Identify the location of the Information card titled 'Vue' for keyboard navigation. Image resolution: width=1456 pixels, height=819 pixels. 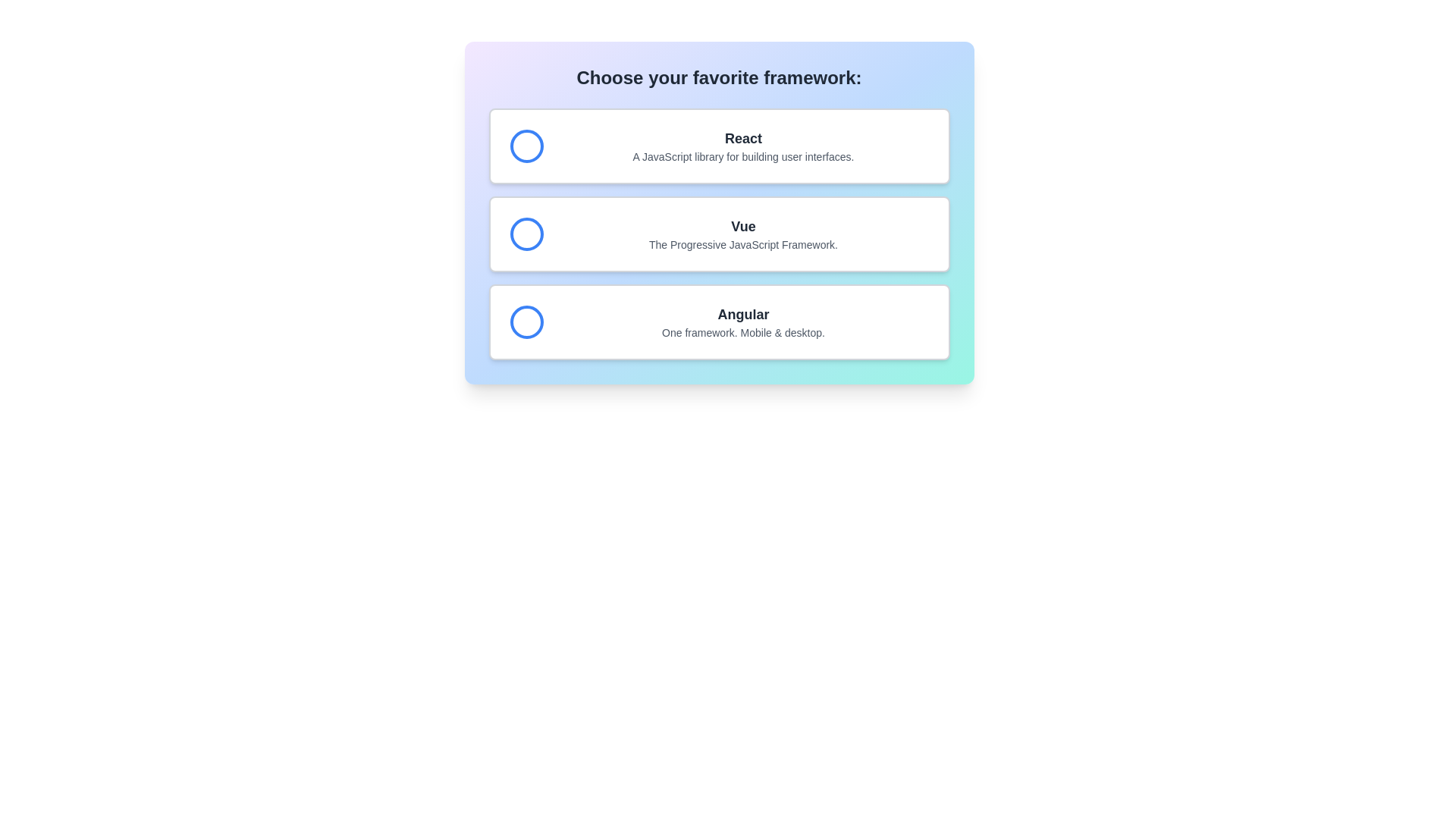
(718, 234).